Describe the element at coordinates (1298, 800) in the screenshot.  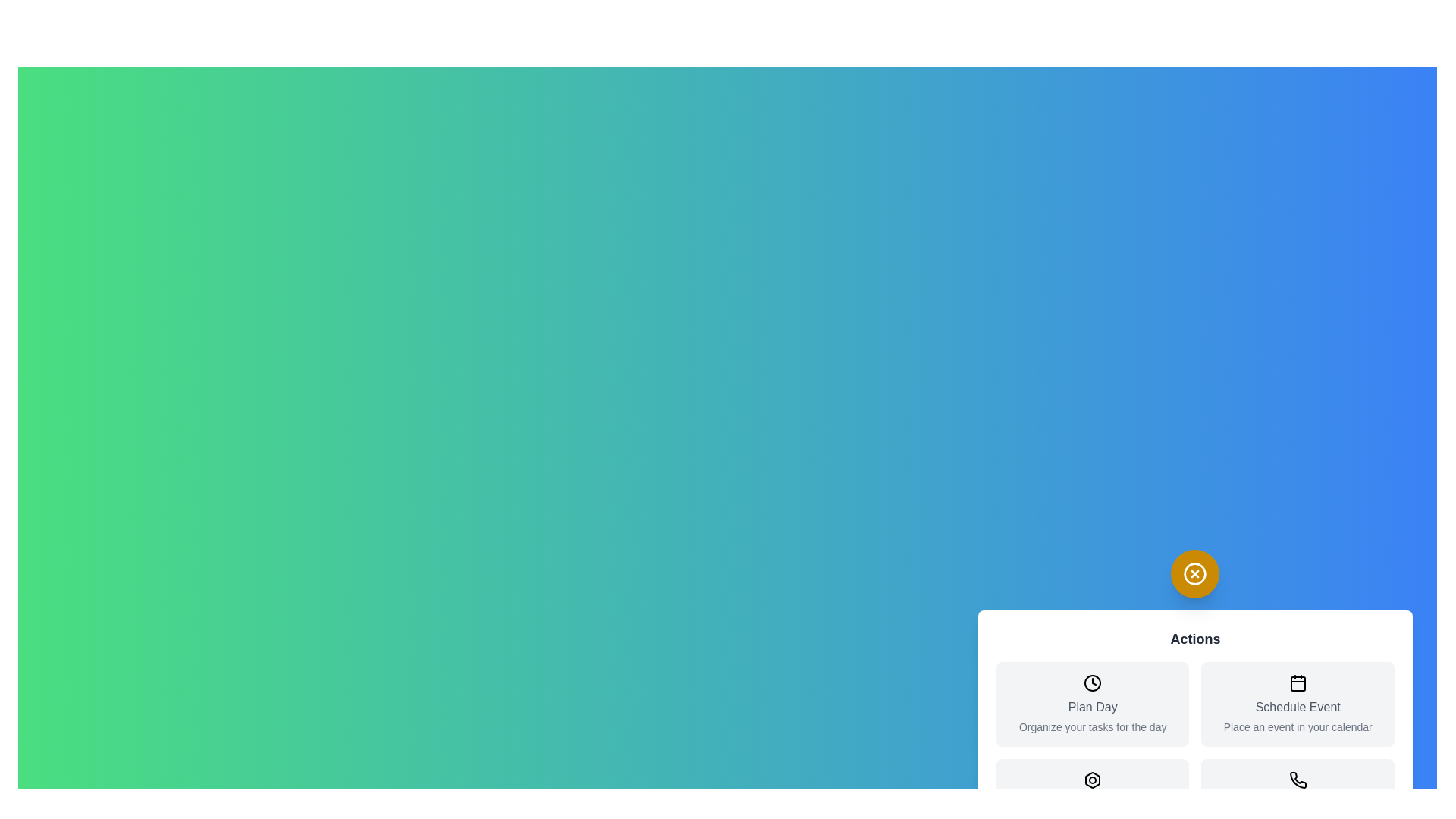
I see `the action item Contact from the menu` at that location.